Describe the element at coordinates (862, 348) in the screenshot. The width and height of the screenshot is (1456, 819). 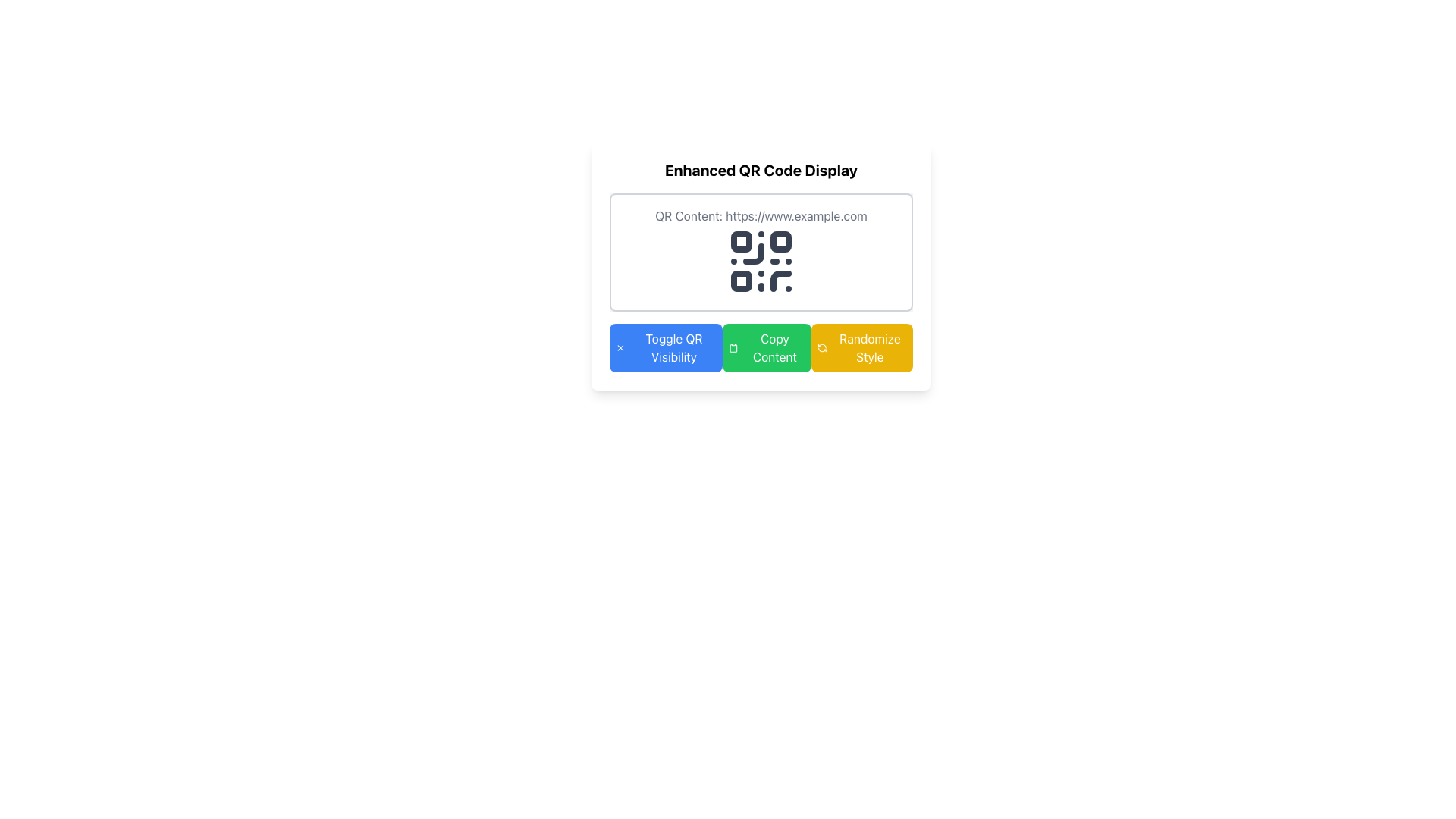
I see `the 'Randomize Style' button, which is the third button in the sequence located at the bottom of the interface` at that location.